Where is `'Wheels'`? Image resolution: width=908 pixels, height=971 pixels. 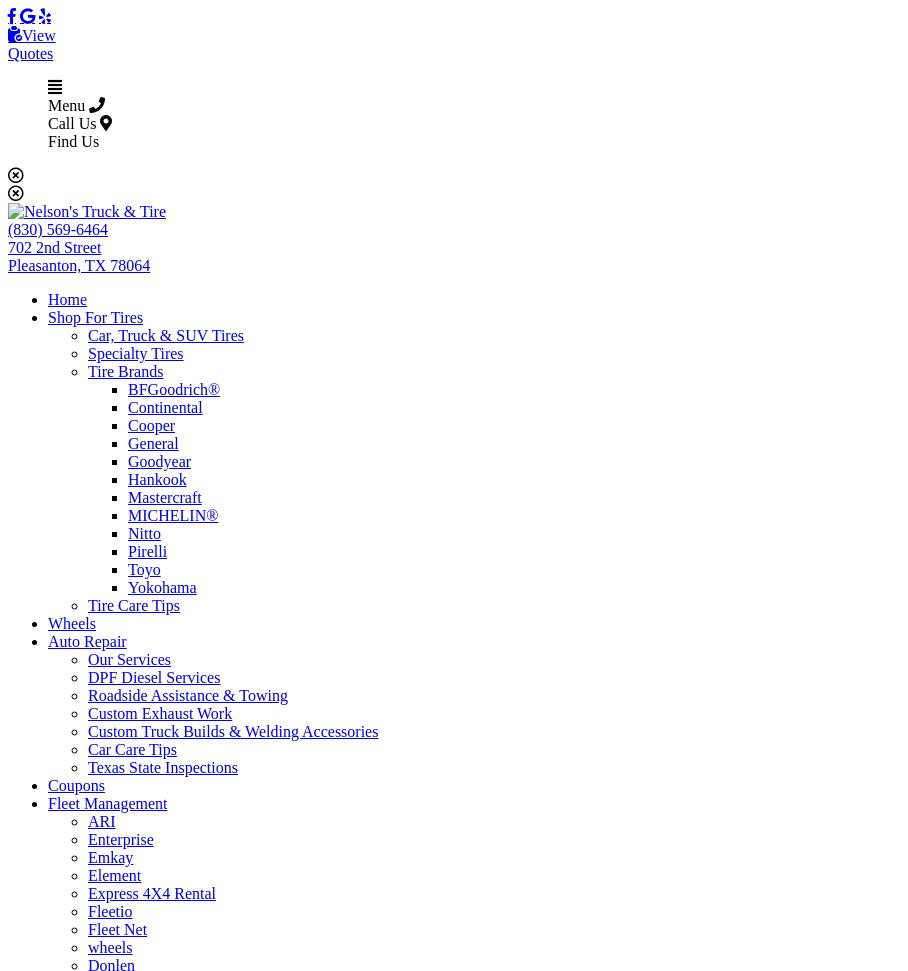
'Wheels' is located at coordinates (71, 622).